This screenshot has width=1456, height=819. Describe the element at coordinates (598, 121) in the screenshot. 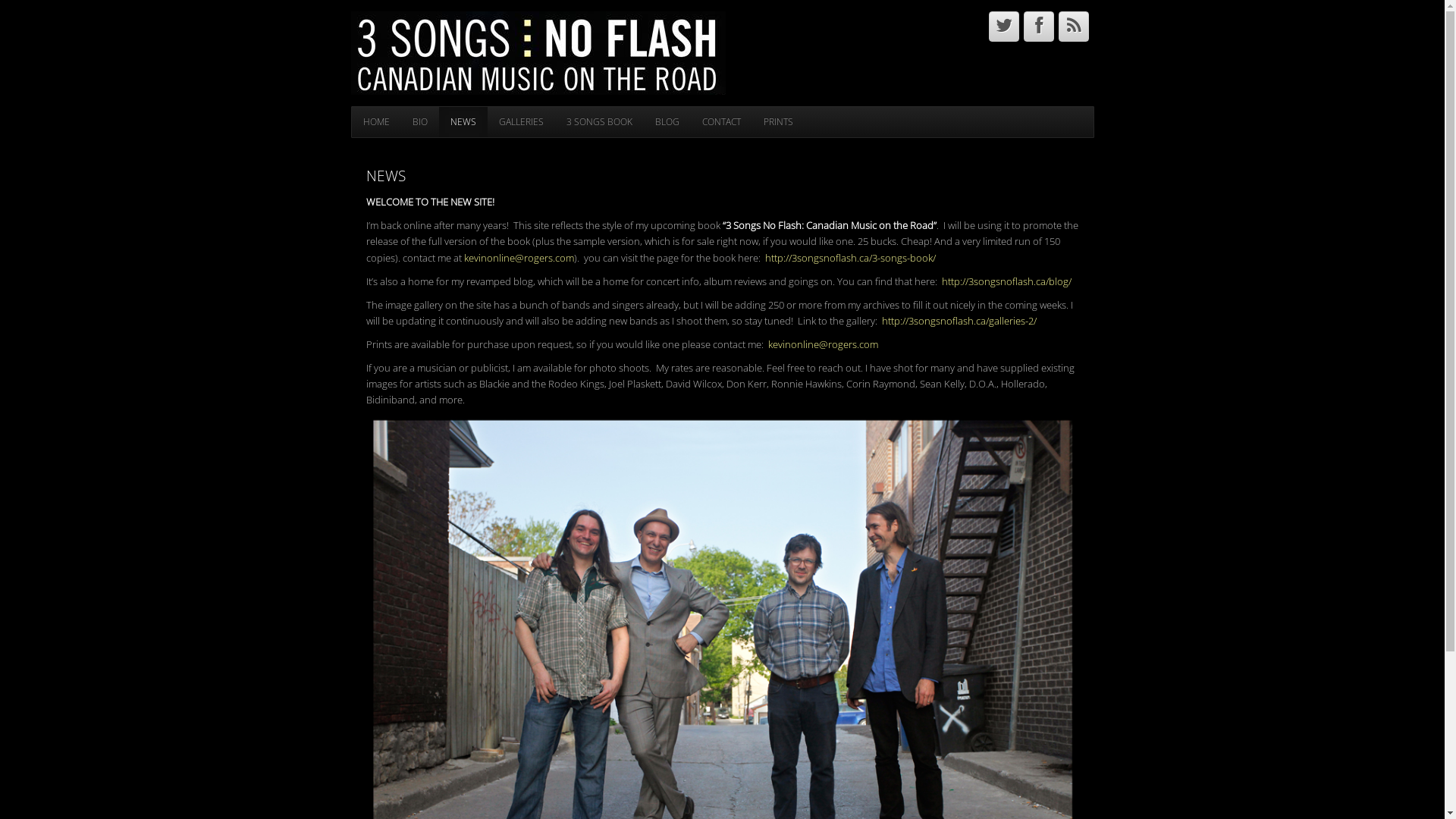

I see `'3 SONGS BOOK'` at that location.